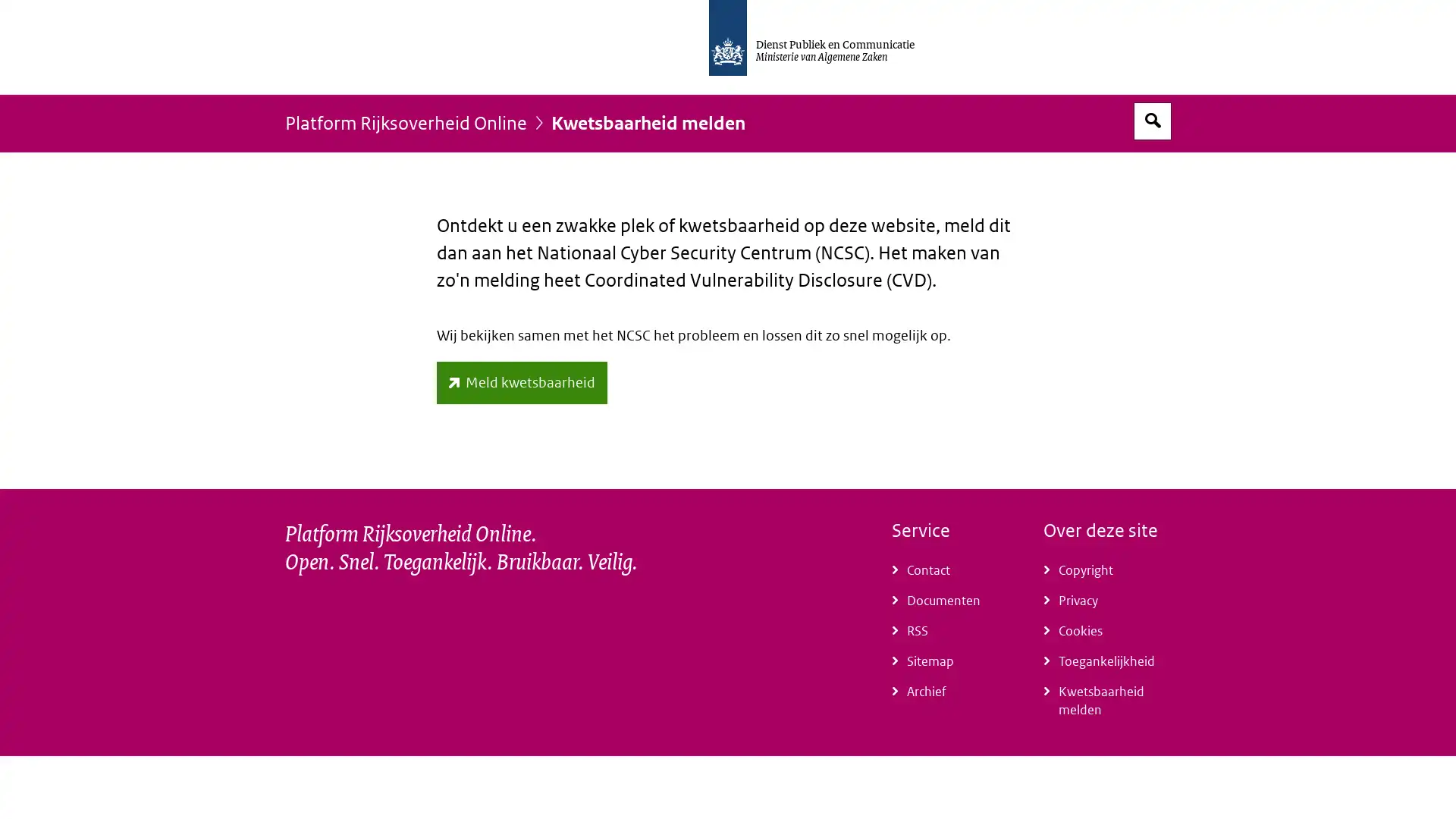  I want to click on Open zoekveld, so click(1153, 120).